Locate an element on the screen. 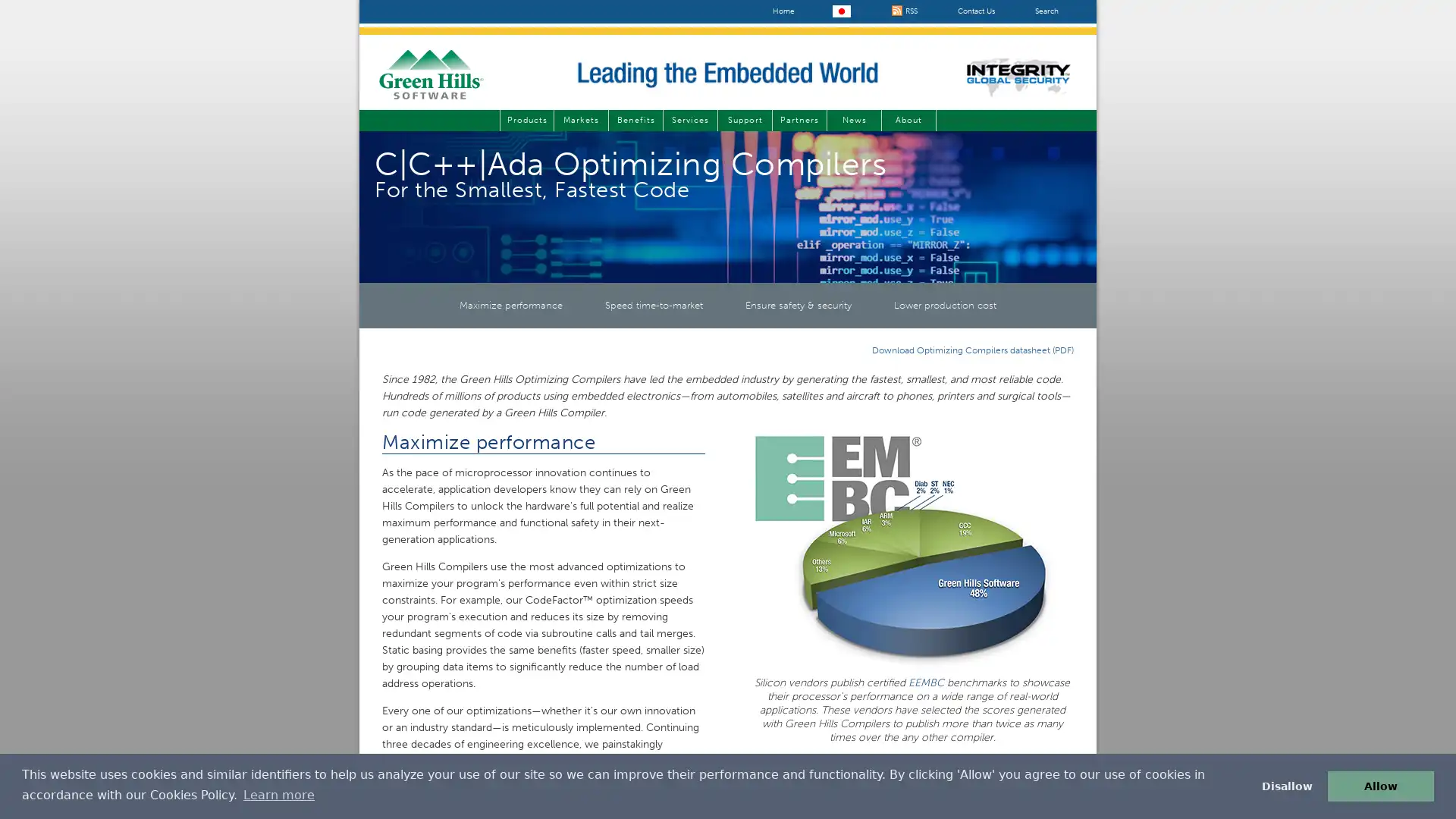 This screenshot has width=1456, height=819. learn more about cookies is located at coordinates (278, 794).